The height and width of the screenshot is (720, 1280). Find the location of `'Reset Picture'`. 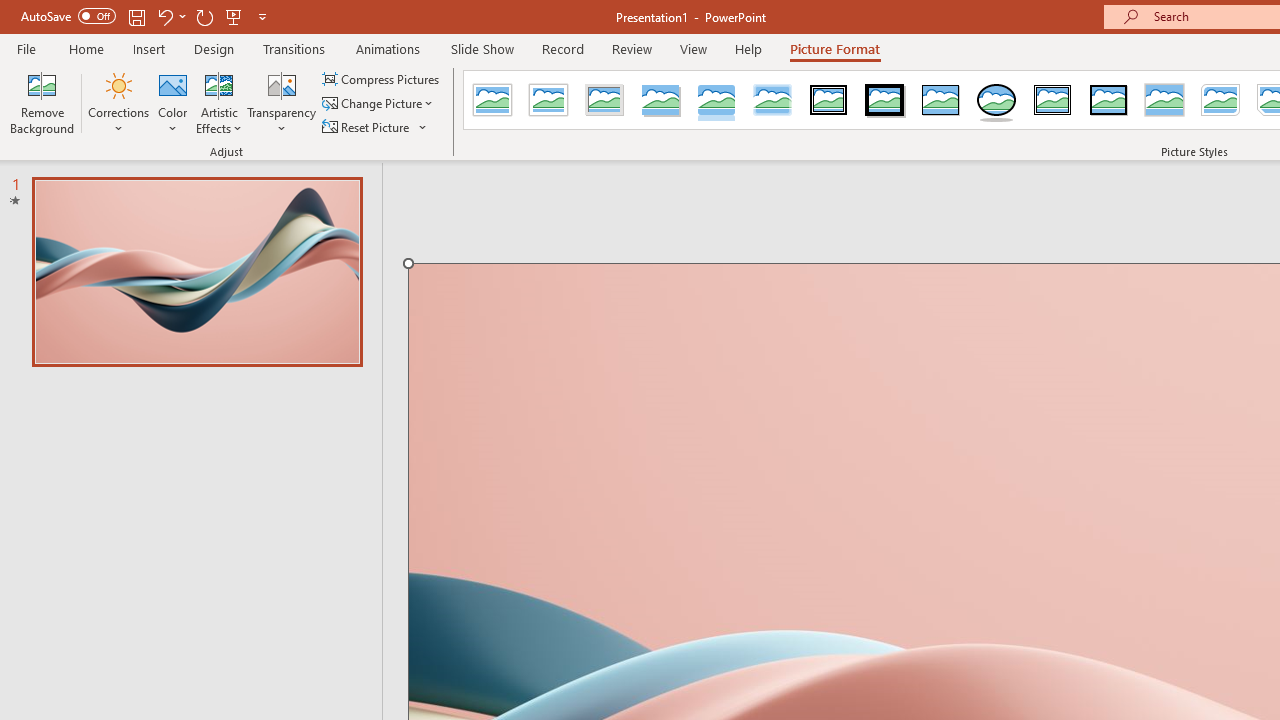

'Reset Picture' is located at coordinates (367, 127).